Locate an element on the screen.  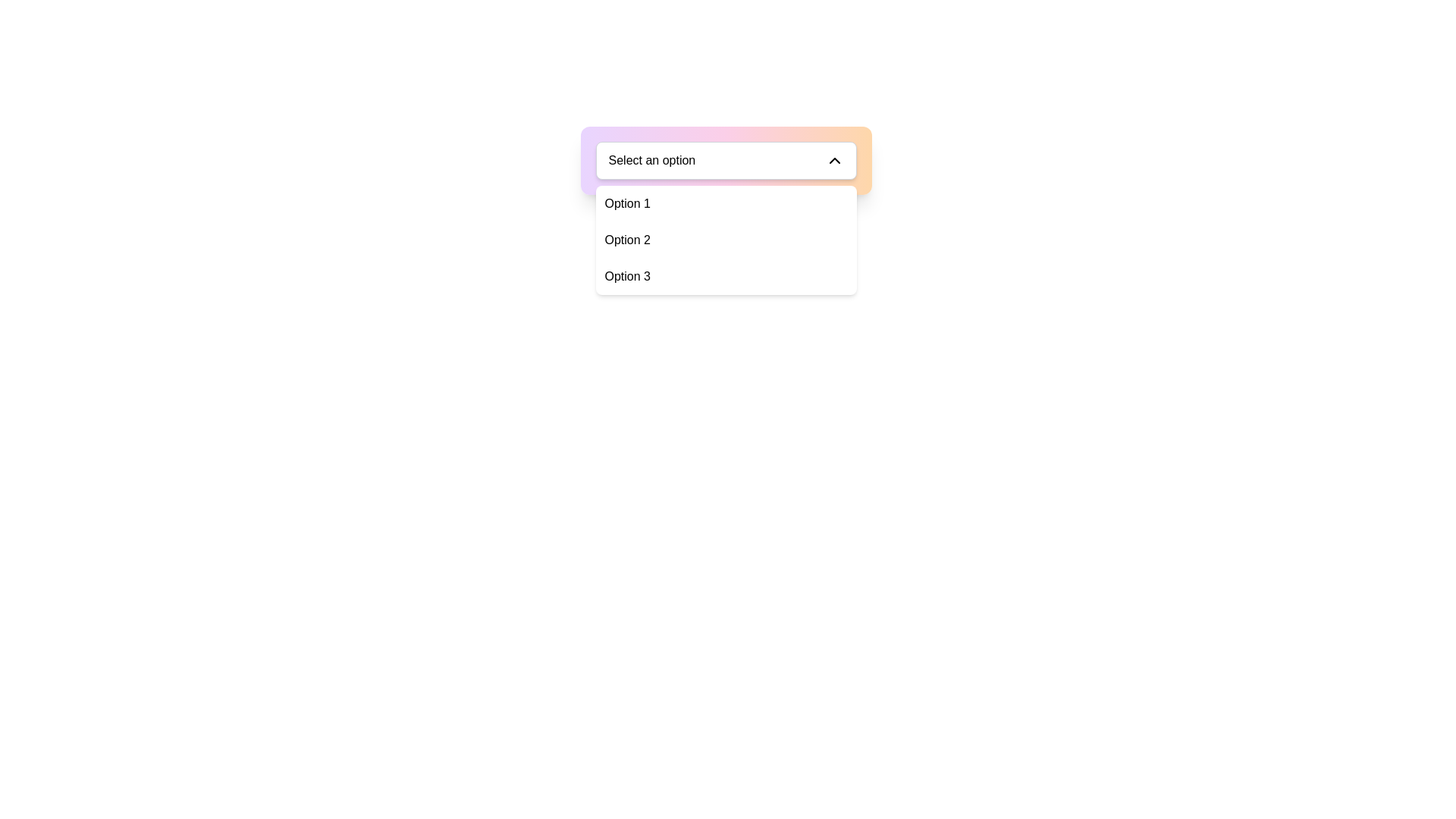
the dropdown menu located centrally within the gradient-colored card interface is located at coordinates (725, 161).